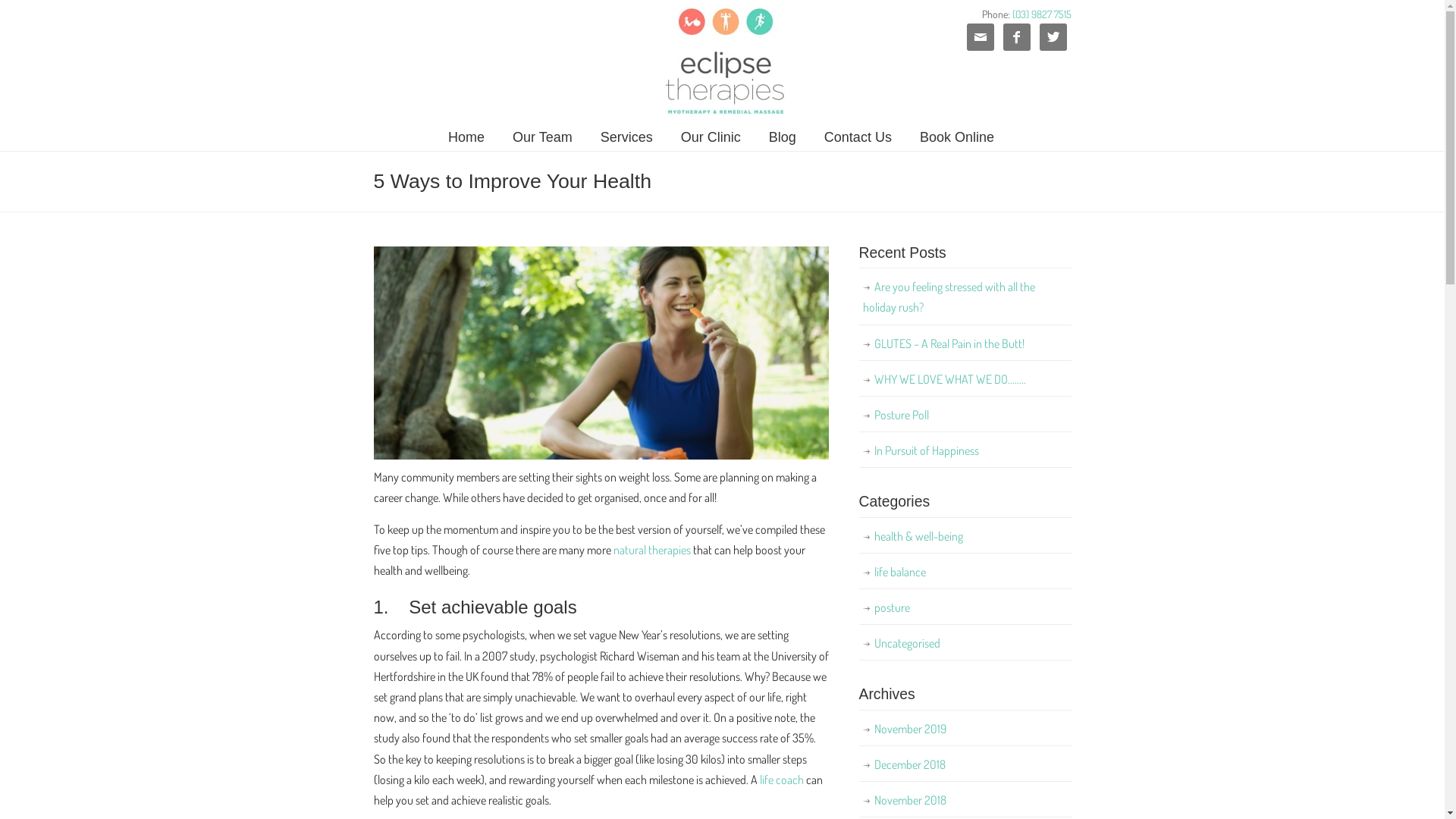 The image size is (1456, 819). I want to click on 'health & well-being', so click(964, 535).